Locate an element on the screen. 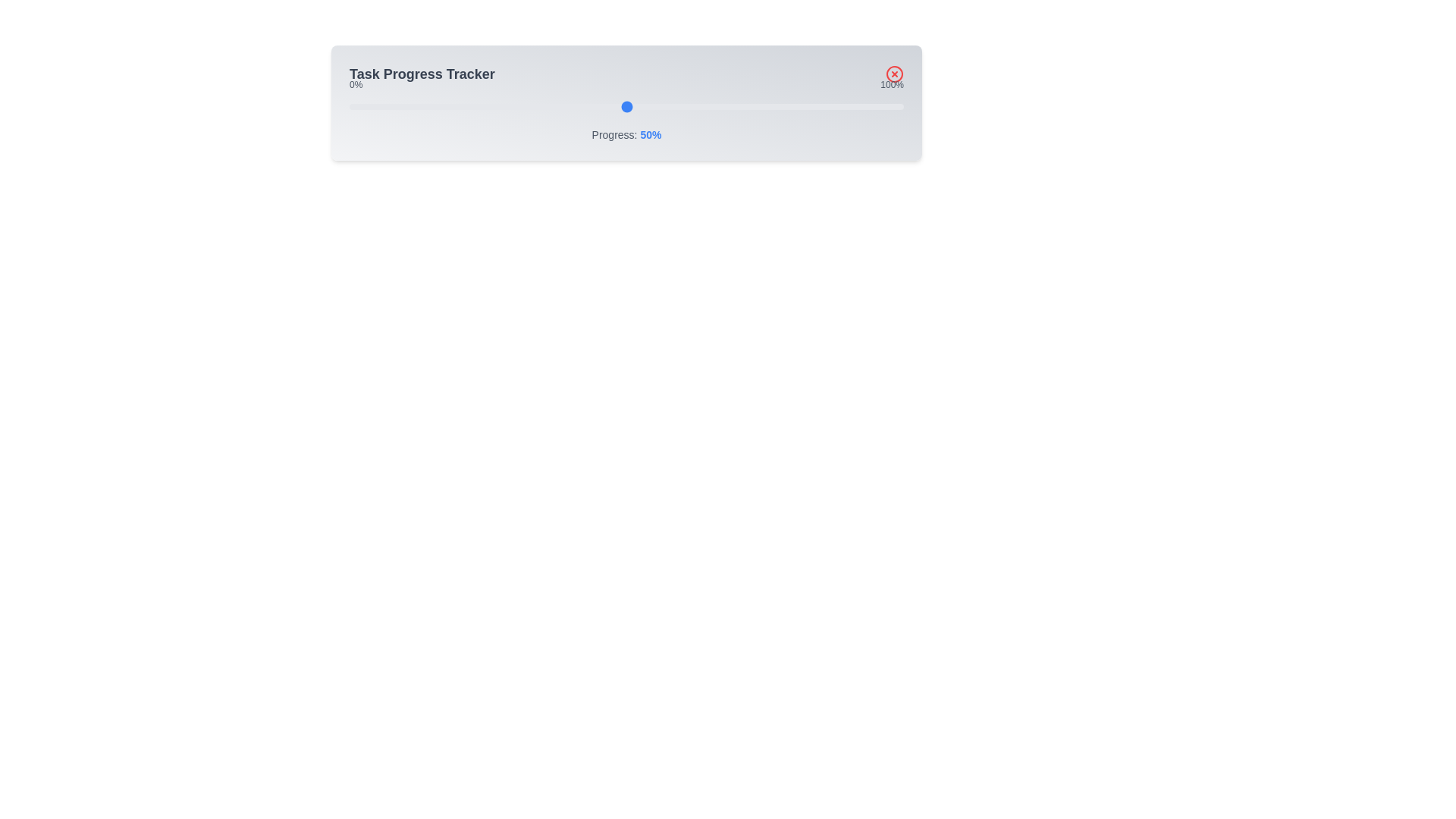 The width and height of the screenshot is (1456, 819). task progress is located at coordinates (615, 106).